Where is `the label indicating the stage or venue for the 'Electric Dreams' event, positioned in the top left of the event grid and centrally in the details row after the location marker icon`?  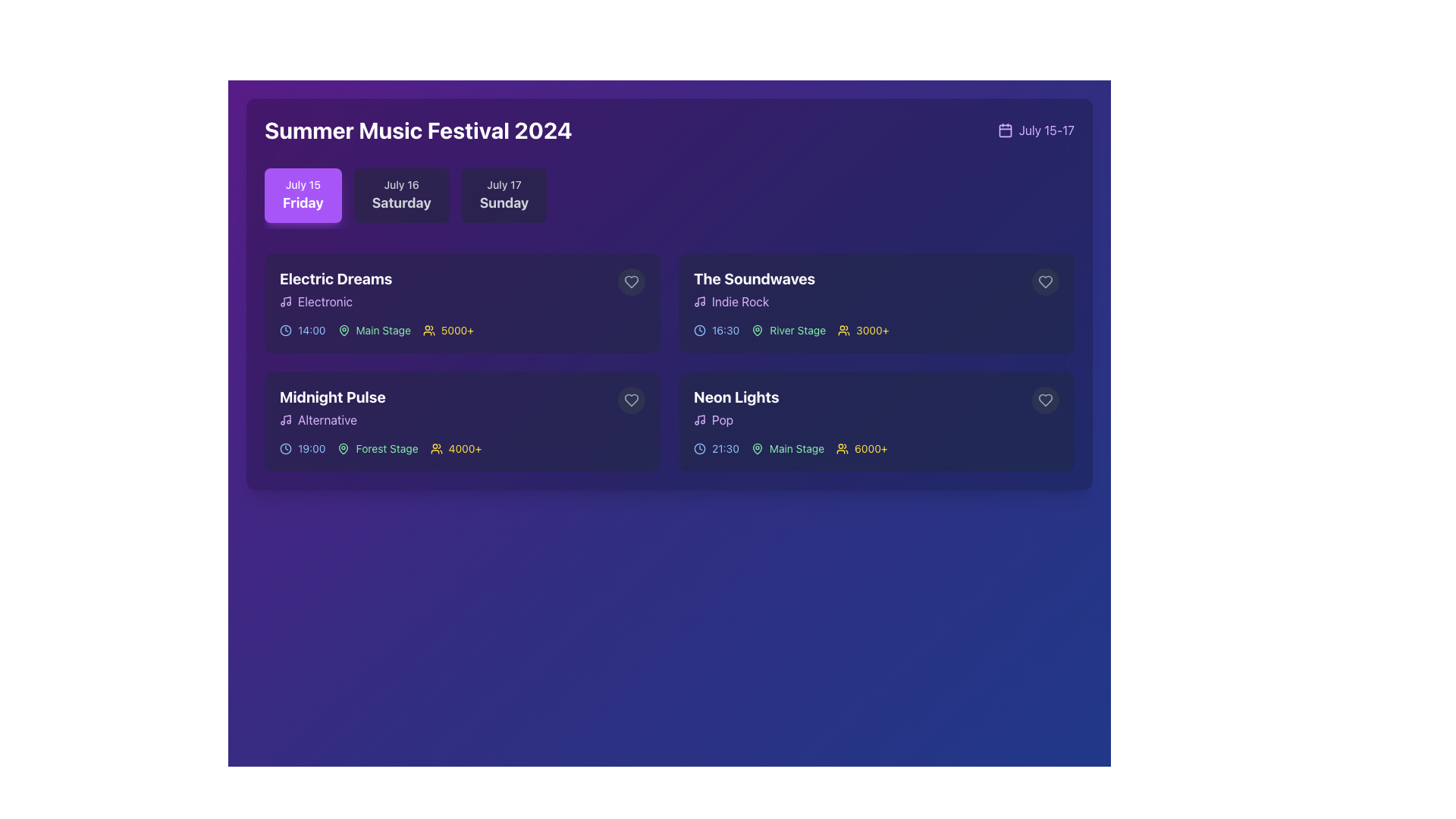 the label indicating the stage or venue for the 'Electric Dreams' event, positioned in the top left of the event grid and centrally in the details row after the location marker icon is located at coordinates (383, 329).